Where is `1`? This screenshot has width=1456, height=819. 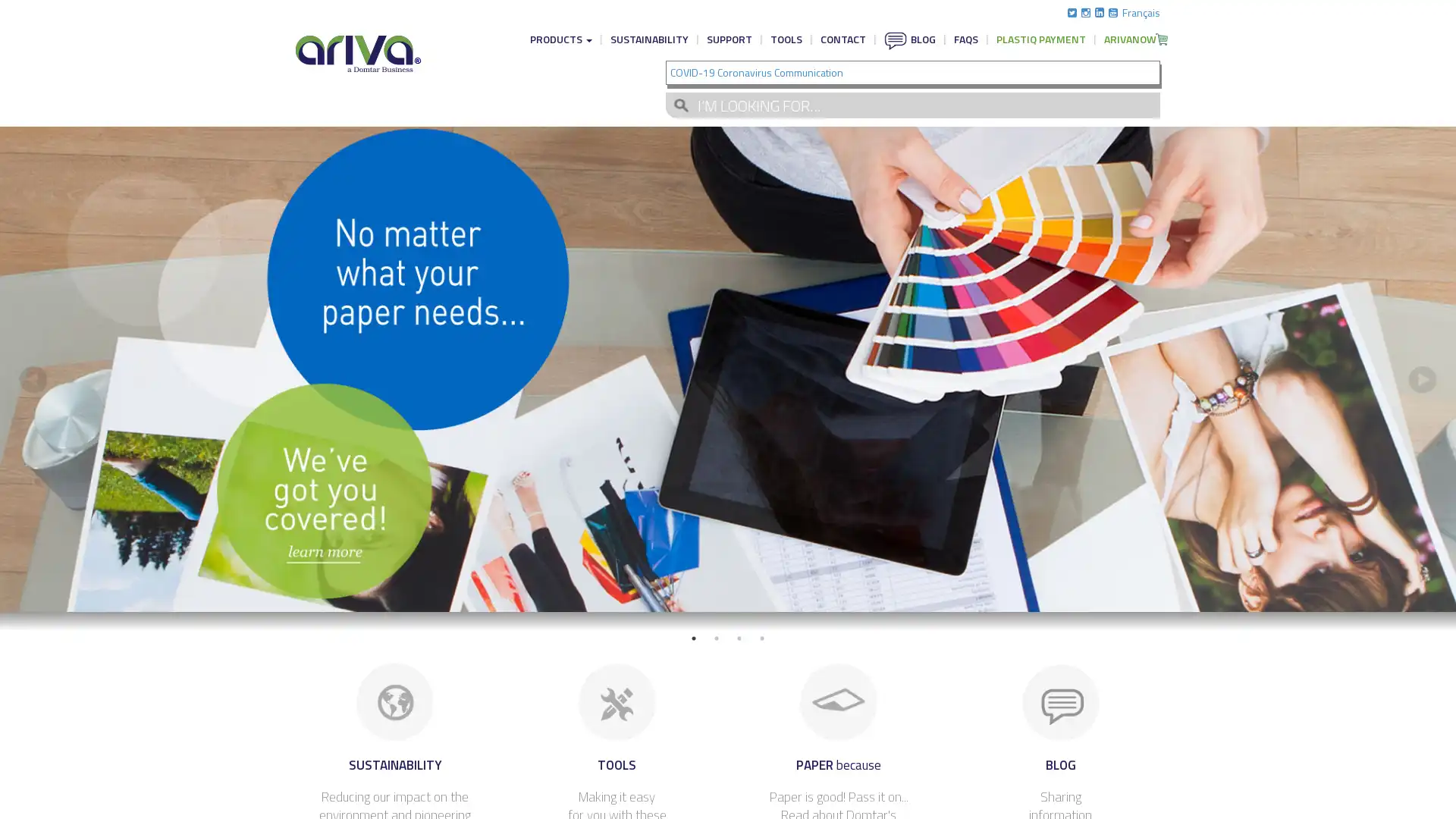
1 is located at coordinates (693, 638).